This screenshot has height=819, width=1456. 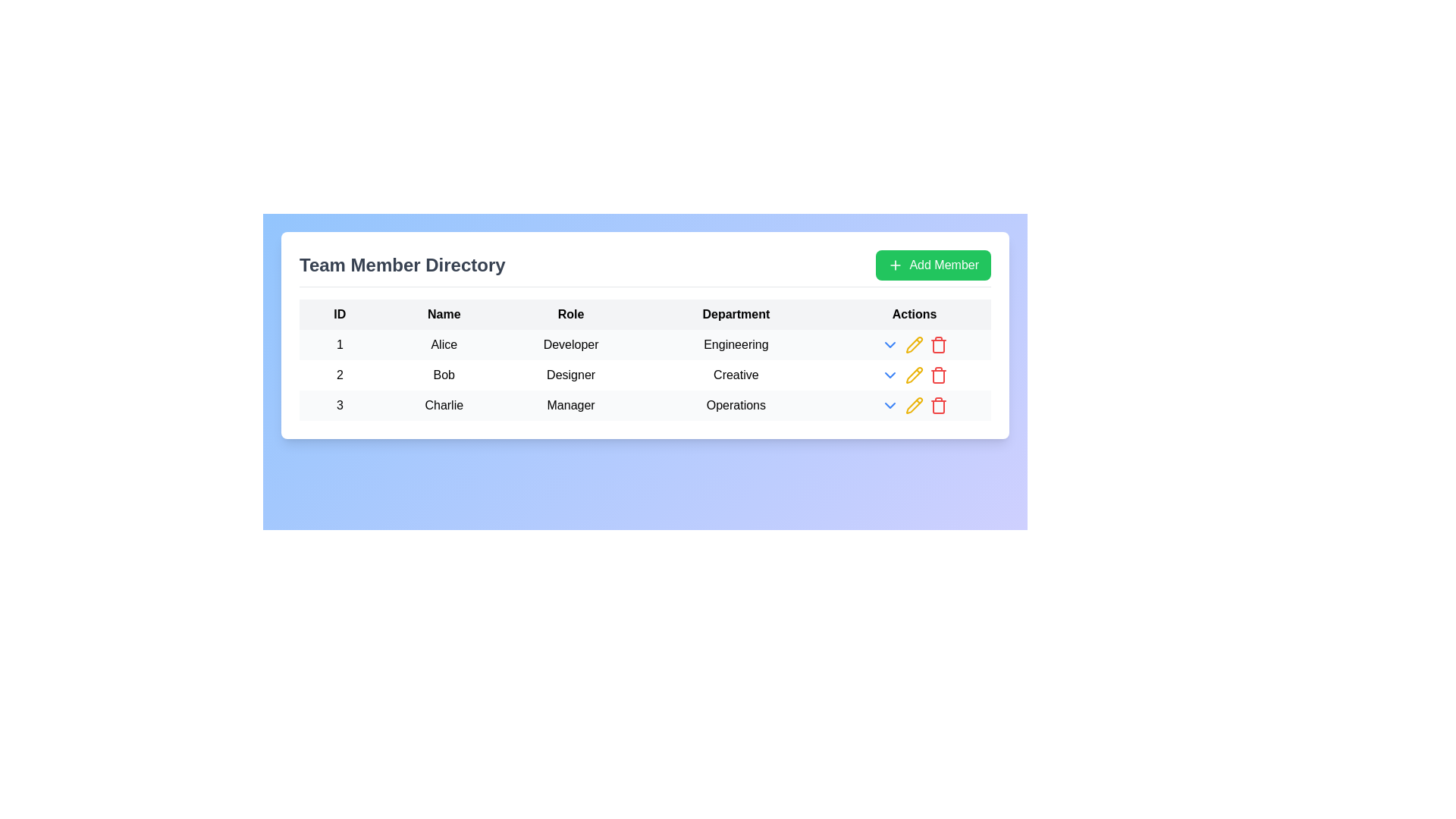 I want to click on the Text element displaying the name 'Charlie' in the third row of the table labeled '3CharlieManagerOperations' in the 'Name' column, so click(x=443, y=405).